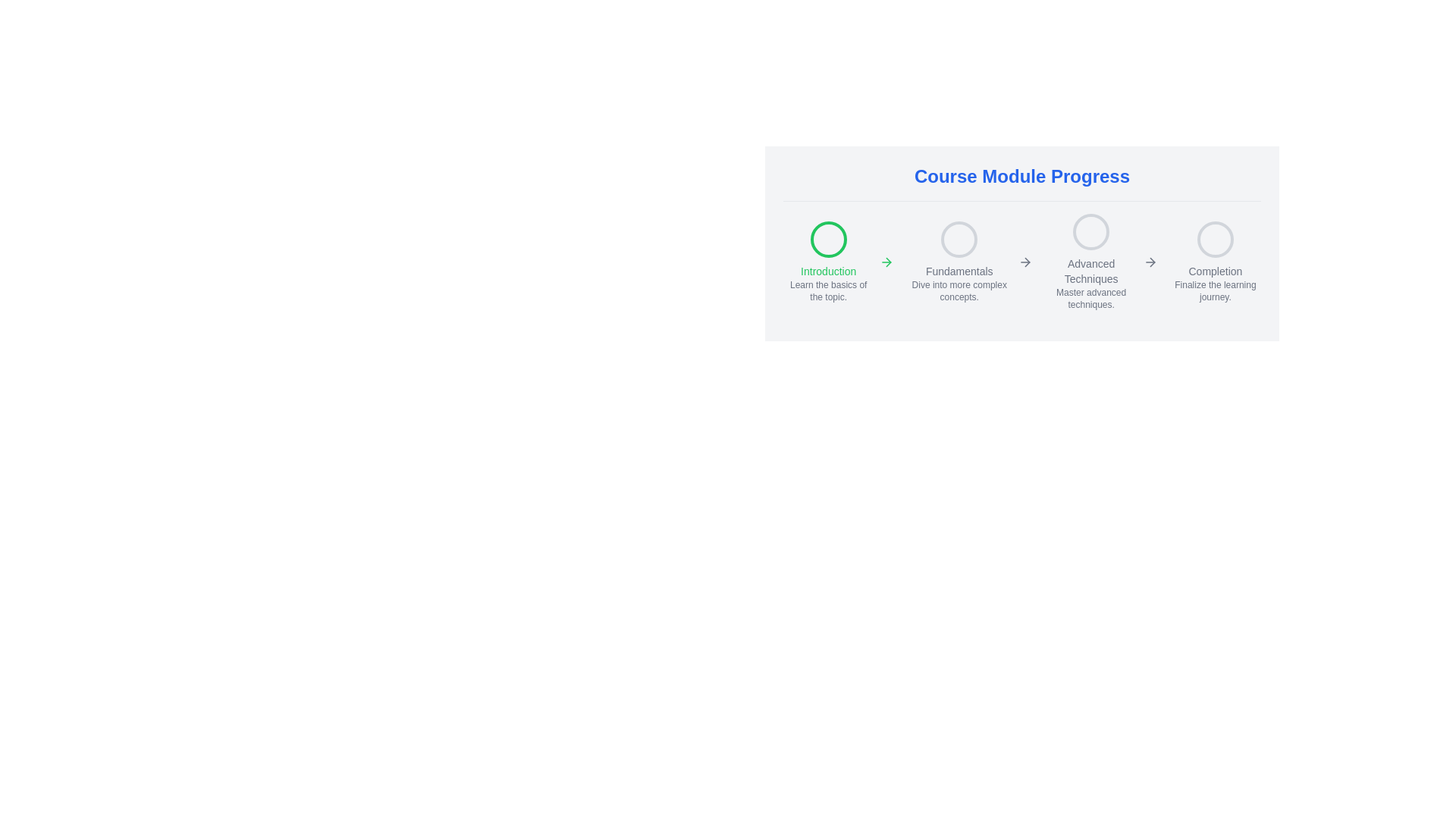  What do you see at coordinates (1215, 271) in the screenshot?
I see `the text label indicating the name of the fourth module in the 'Course Module Progress' display, which is located between a rounded circle above and smaller descriptive text below` at bounding box center [1215, 271].